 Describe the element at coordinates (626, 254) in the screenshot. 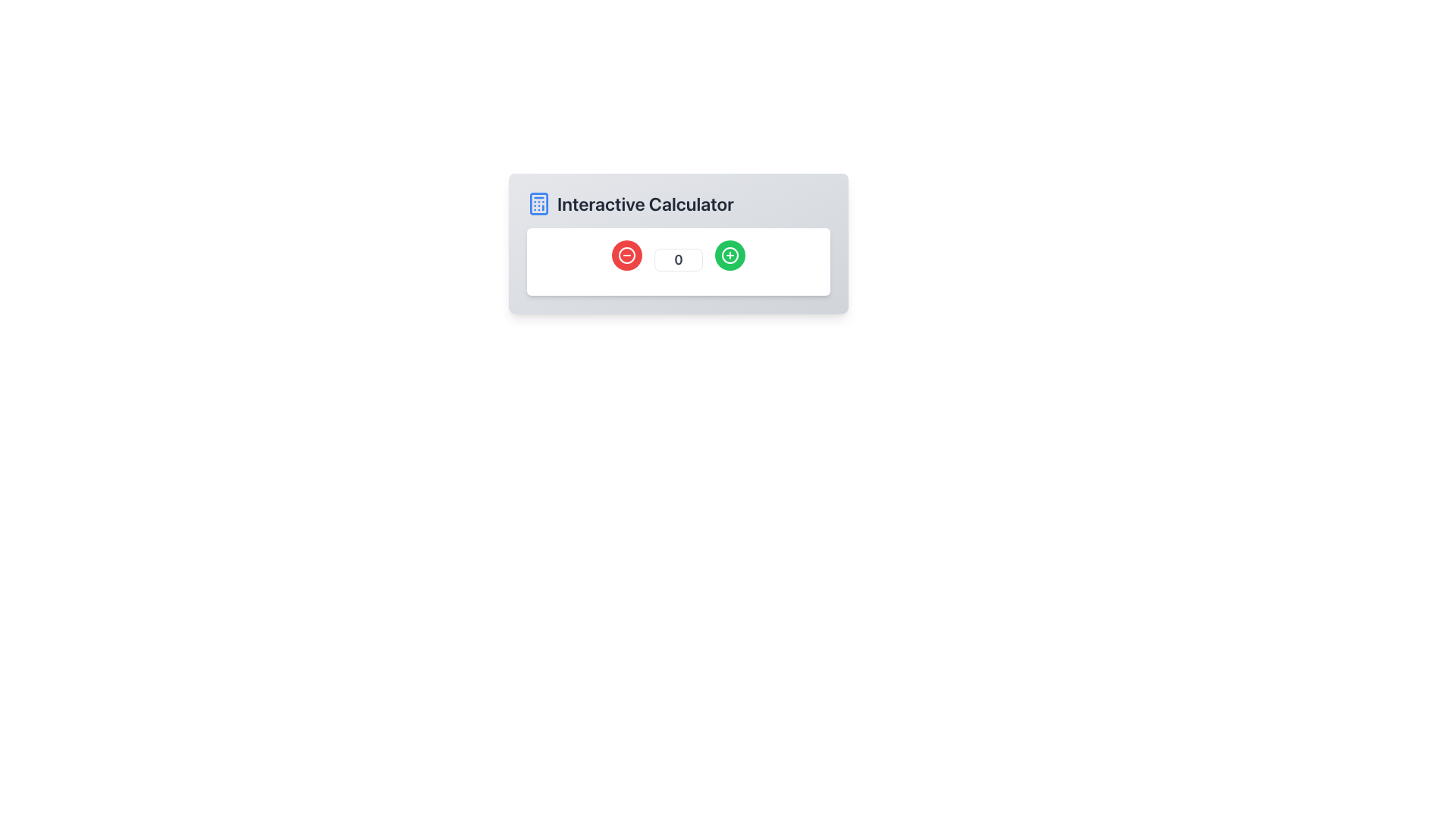

I see `the decorative element inside the red circular button intended for decrementing a value, located under the heading 'Interactive Calculator'` at that location.